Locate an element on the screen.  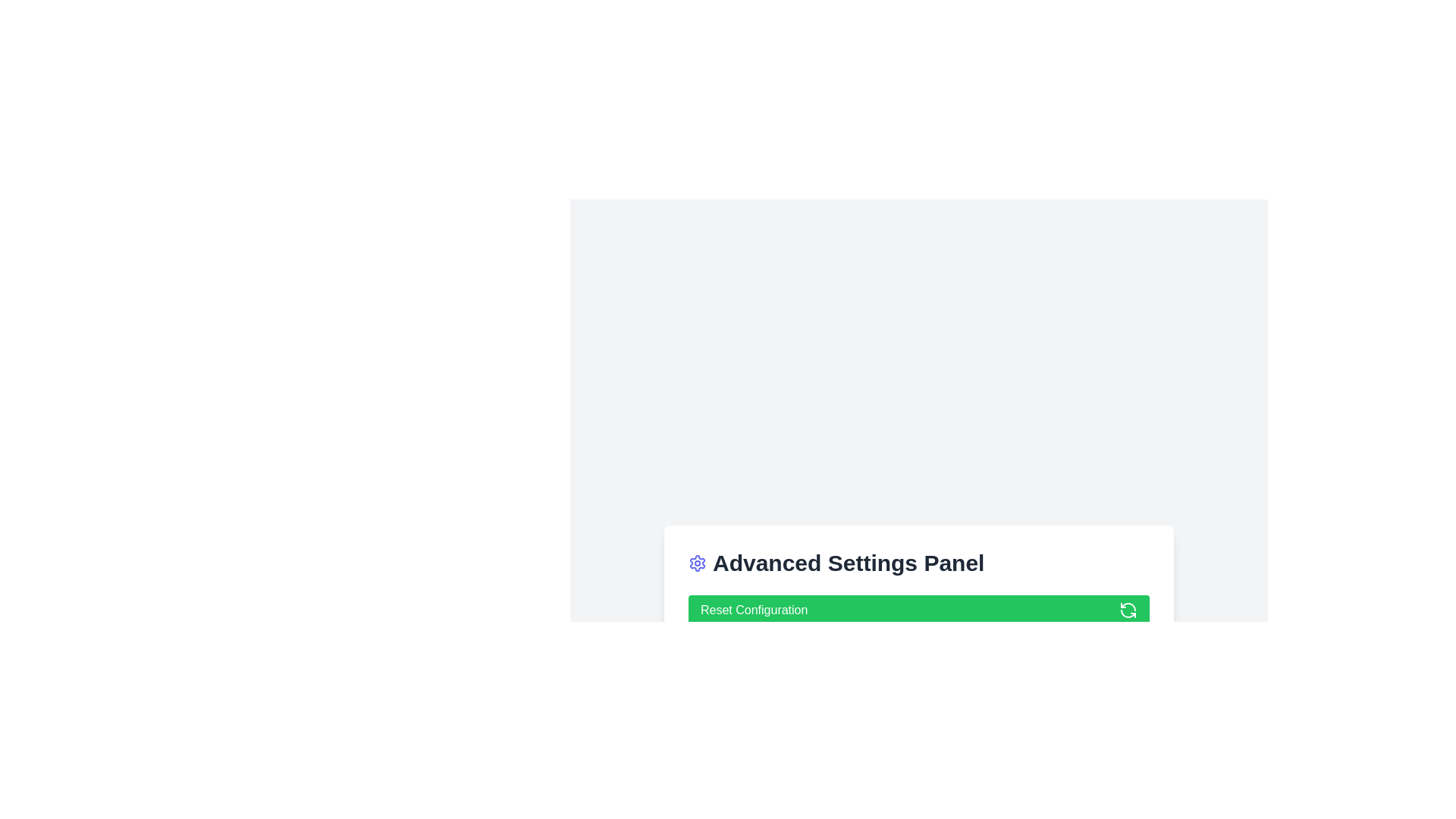
the decorative SVG Circle located in the bottom right corner of the UI panel is located at coordinates (1128, 651).